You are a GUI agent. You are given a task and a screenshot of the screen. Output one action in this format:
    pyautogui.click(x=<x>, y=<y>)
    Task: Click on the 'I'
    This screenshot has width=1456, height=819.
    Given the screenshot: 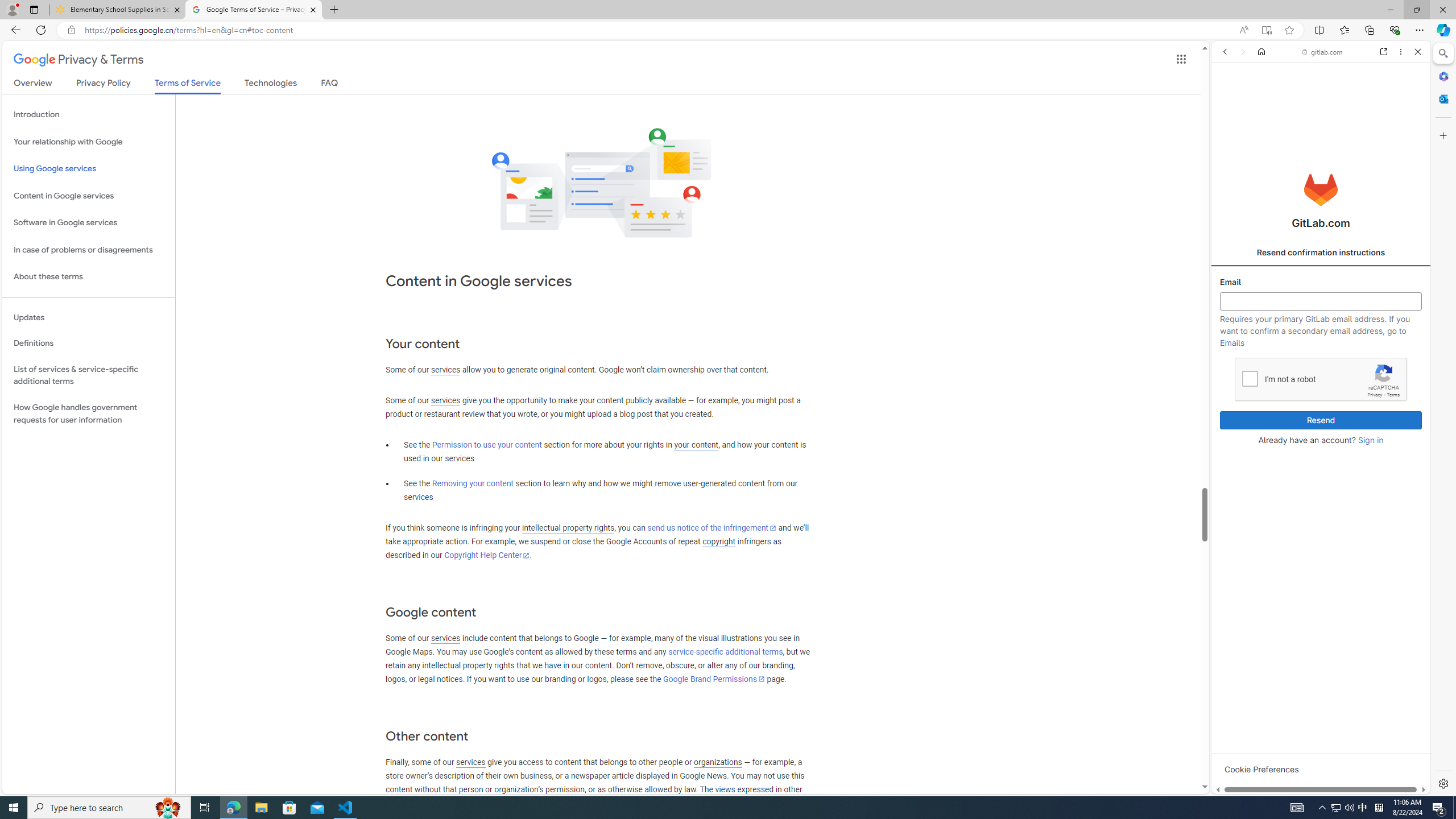 What is the action you would take?
    pyautogui.click(x=1250, y=378)
    